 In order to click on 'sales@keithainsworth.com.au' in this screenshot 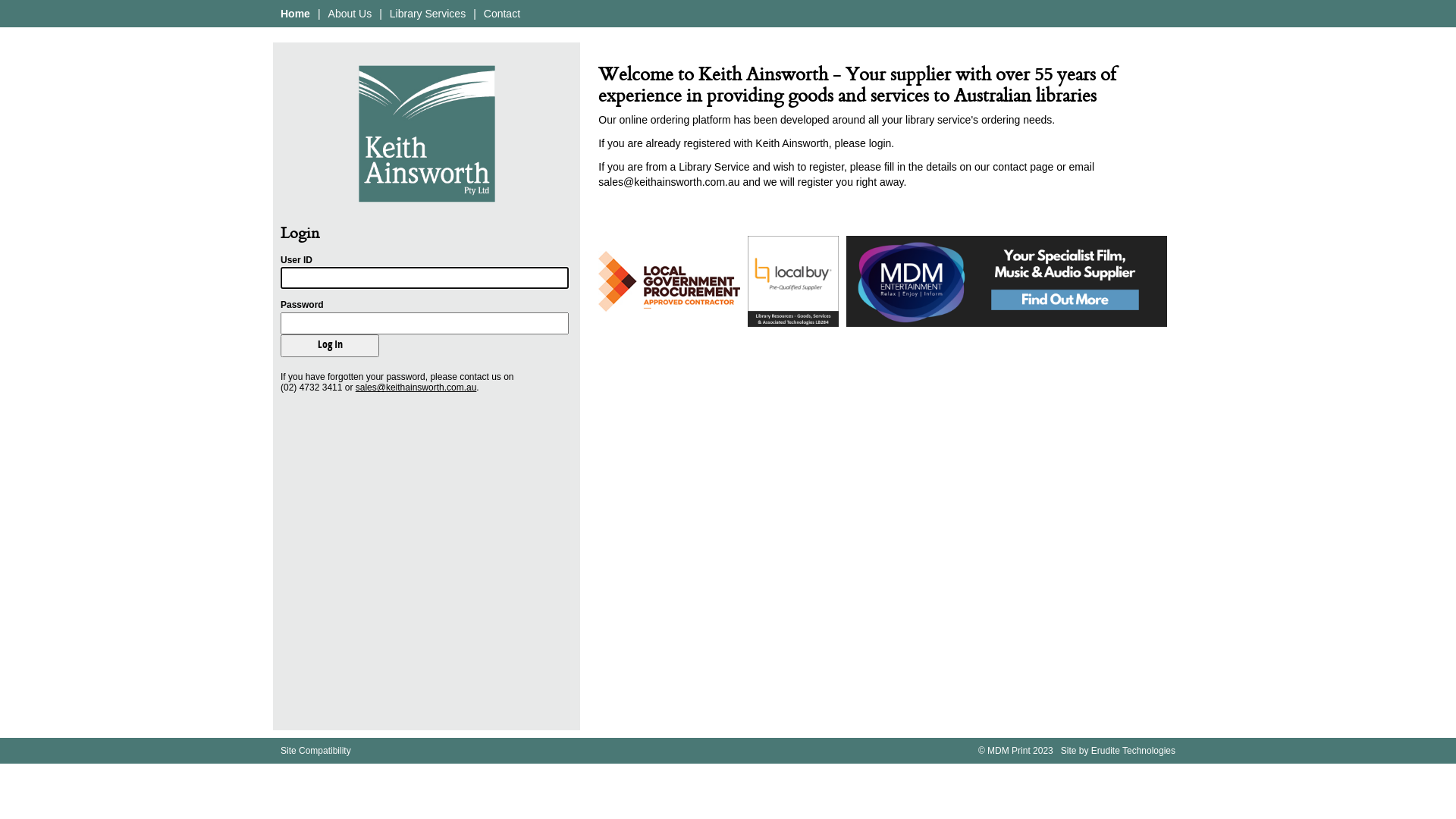, I will do `click(416, 386)`.